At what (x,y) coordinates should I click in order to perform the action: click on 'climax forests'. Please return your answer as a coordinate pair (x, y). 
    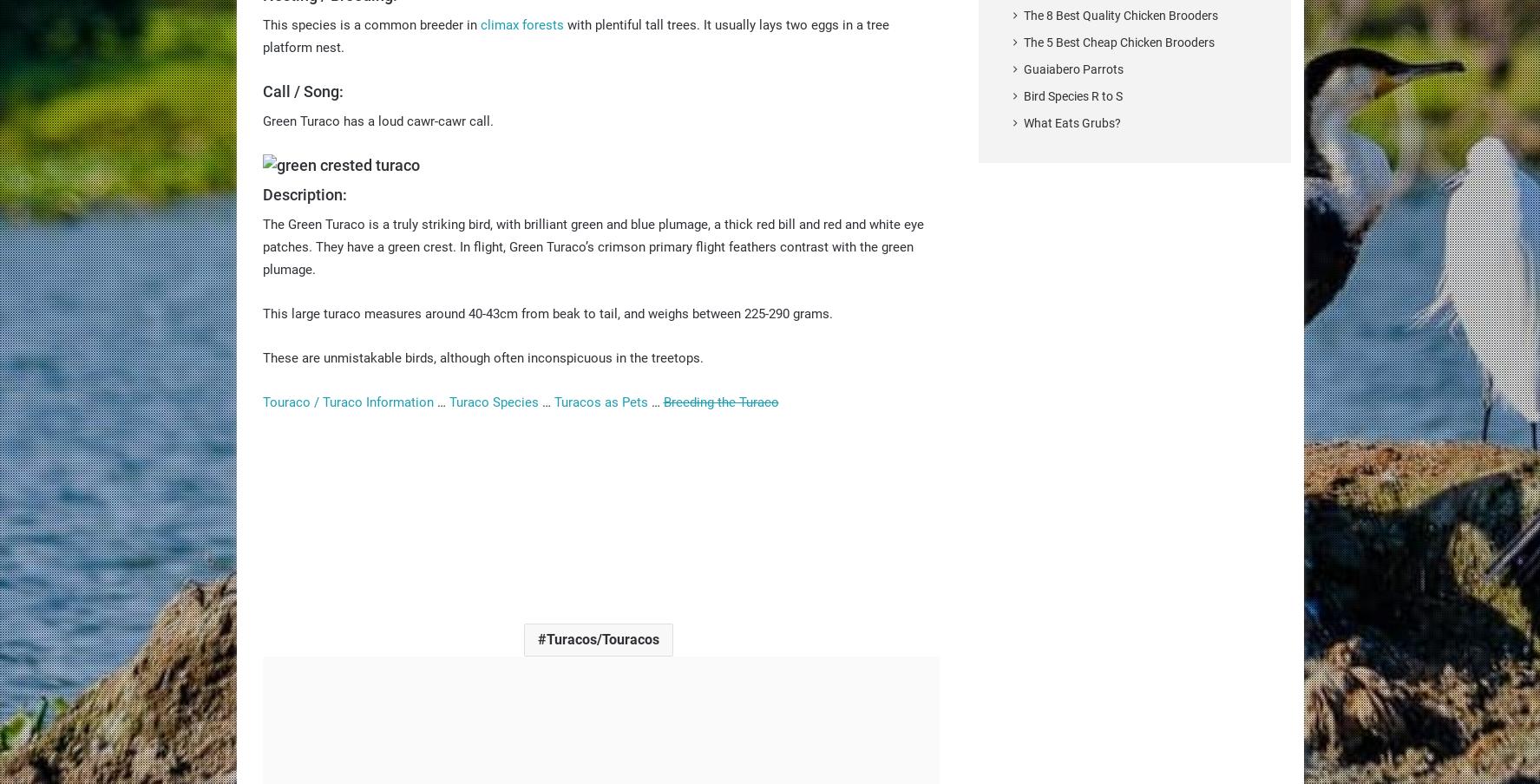
    Looking at the image, I should click on (521, 23).